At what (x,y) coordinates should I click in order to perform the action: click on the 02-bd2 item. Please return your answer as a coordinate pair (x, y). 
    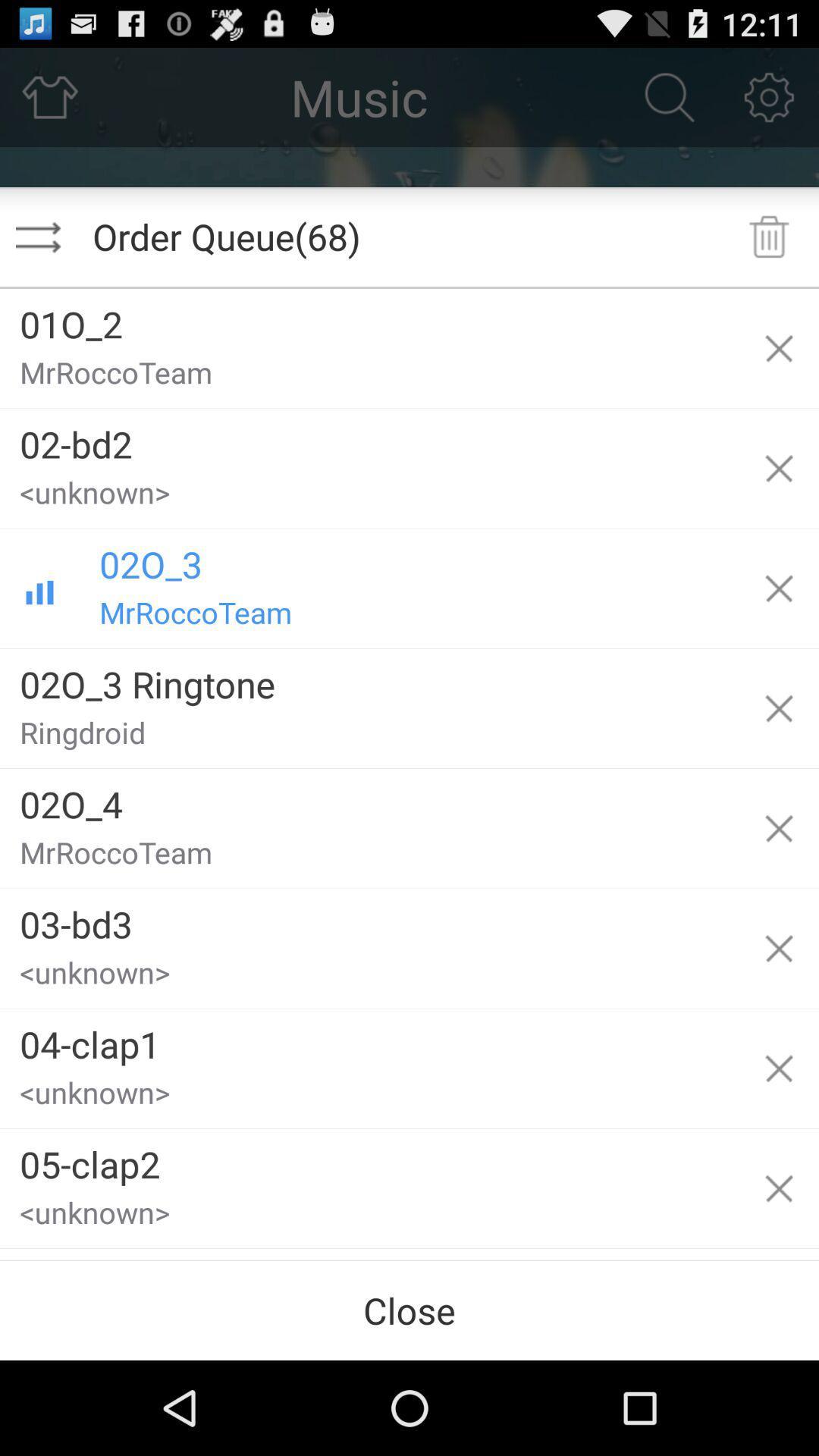
    Looking at the image, I should click on (369, 438).